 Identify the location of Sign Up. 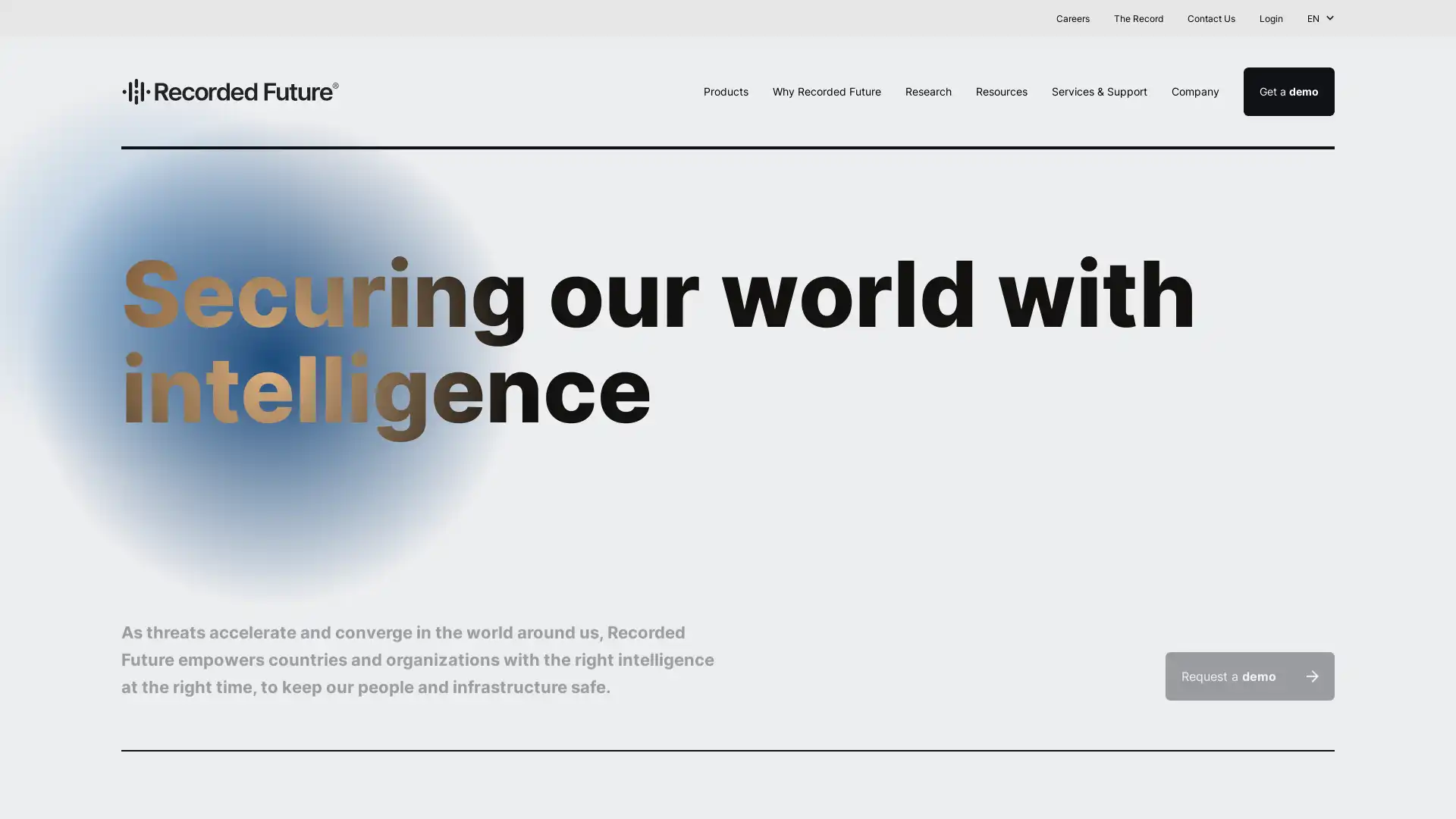
(914, 17).